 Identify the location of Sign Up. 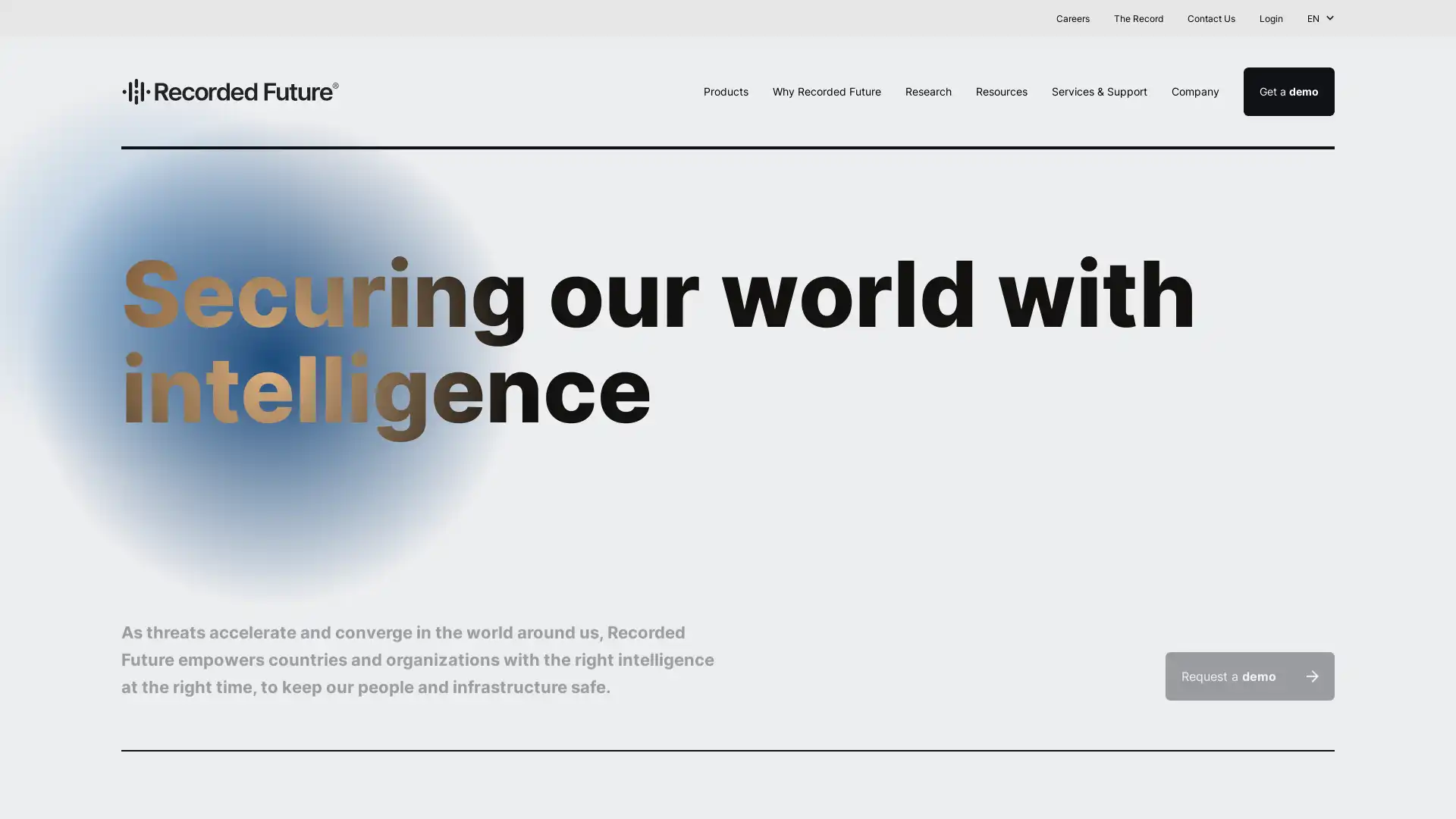
(914, 17).